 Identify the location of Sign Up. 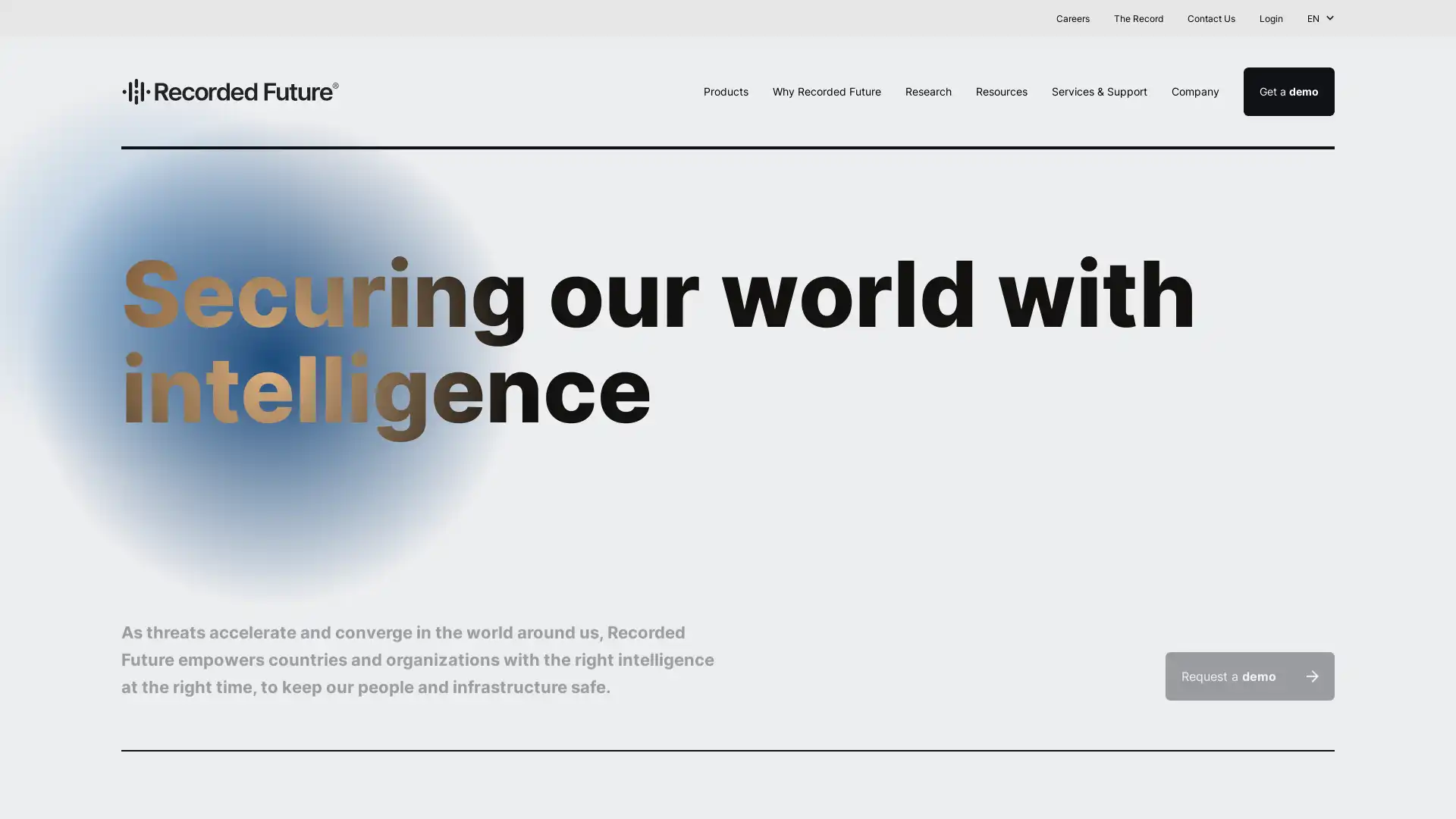
(914, 17).